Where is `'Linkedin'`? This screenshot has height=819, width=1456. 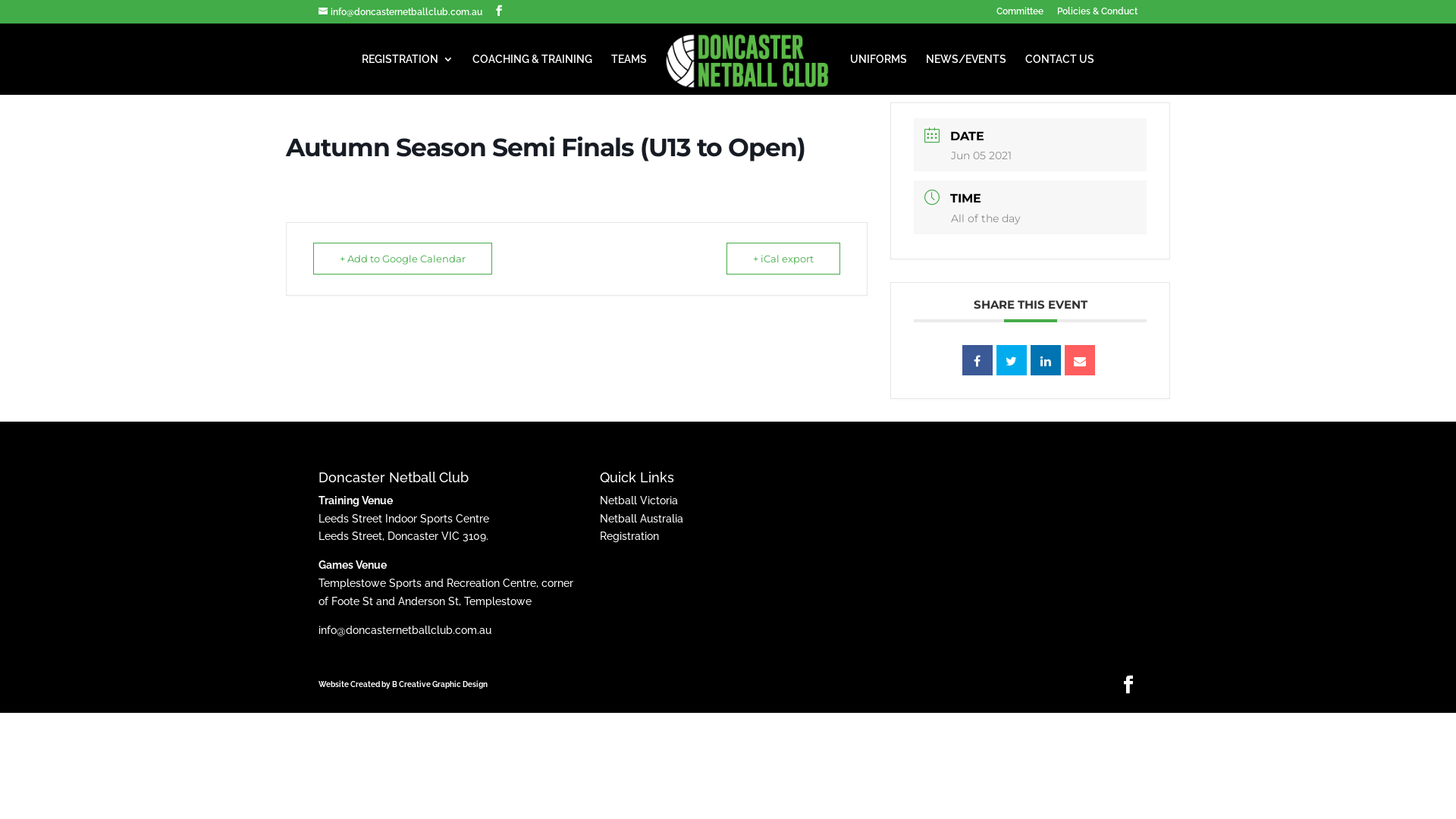
'Linkedin' is located at coordinates (1044, 359).